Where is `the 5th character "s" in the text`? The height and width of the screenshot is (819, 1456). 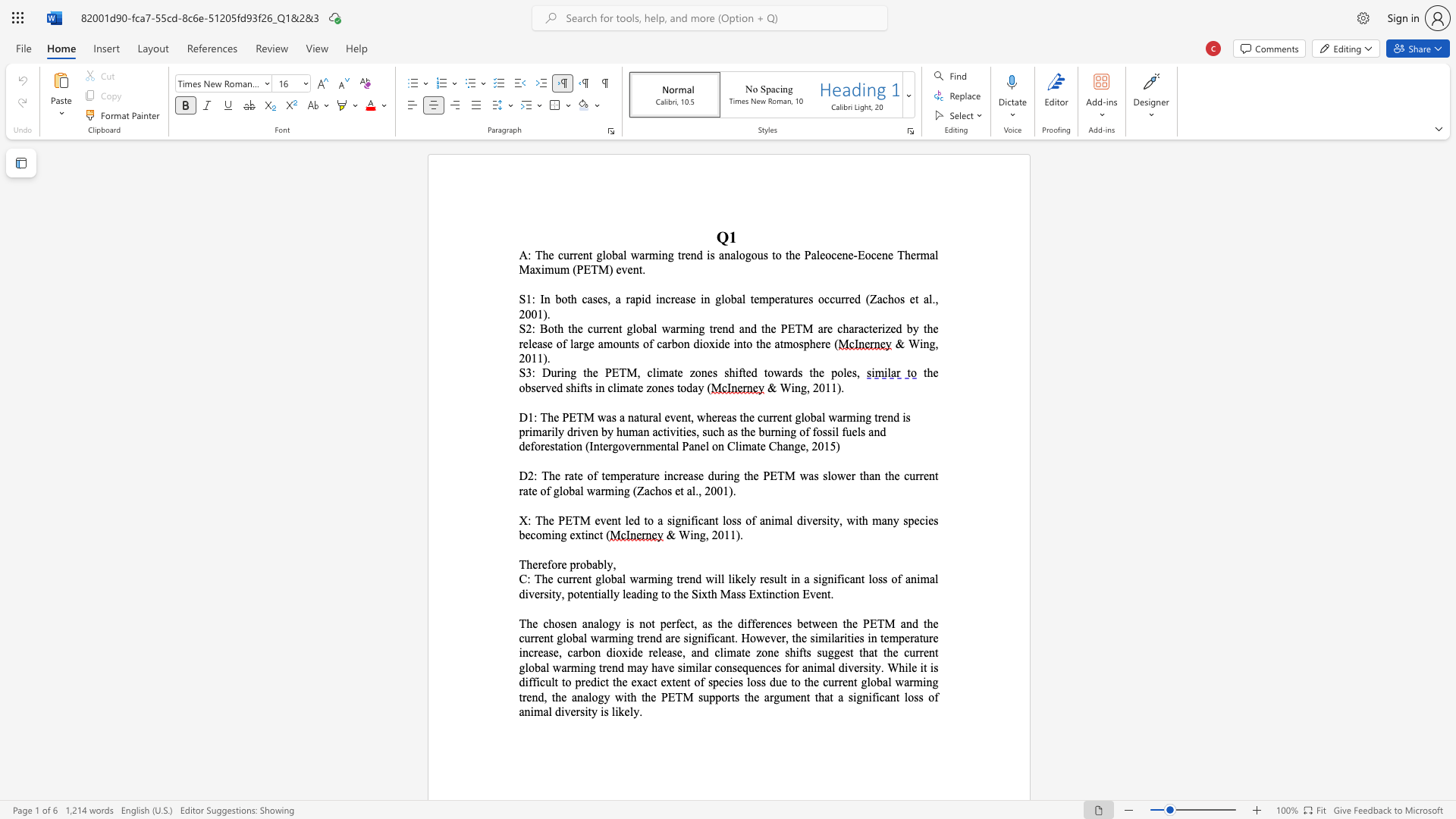 the 5th character "s" in the text is located at coordinates (902, 299).